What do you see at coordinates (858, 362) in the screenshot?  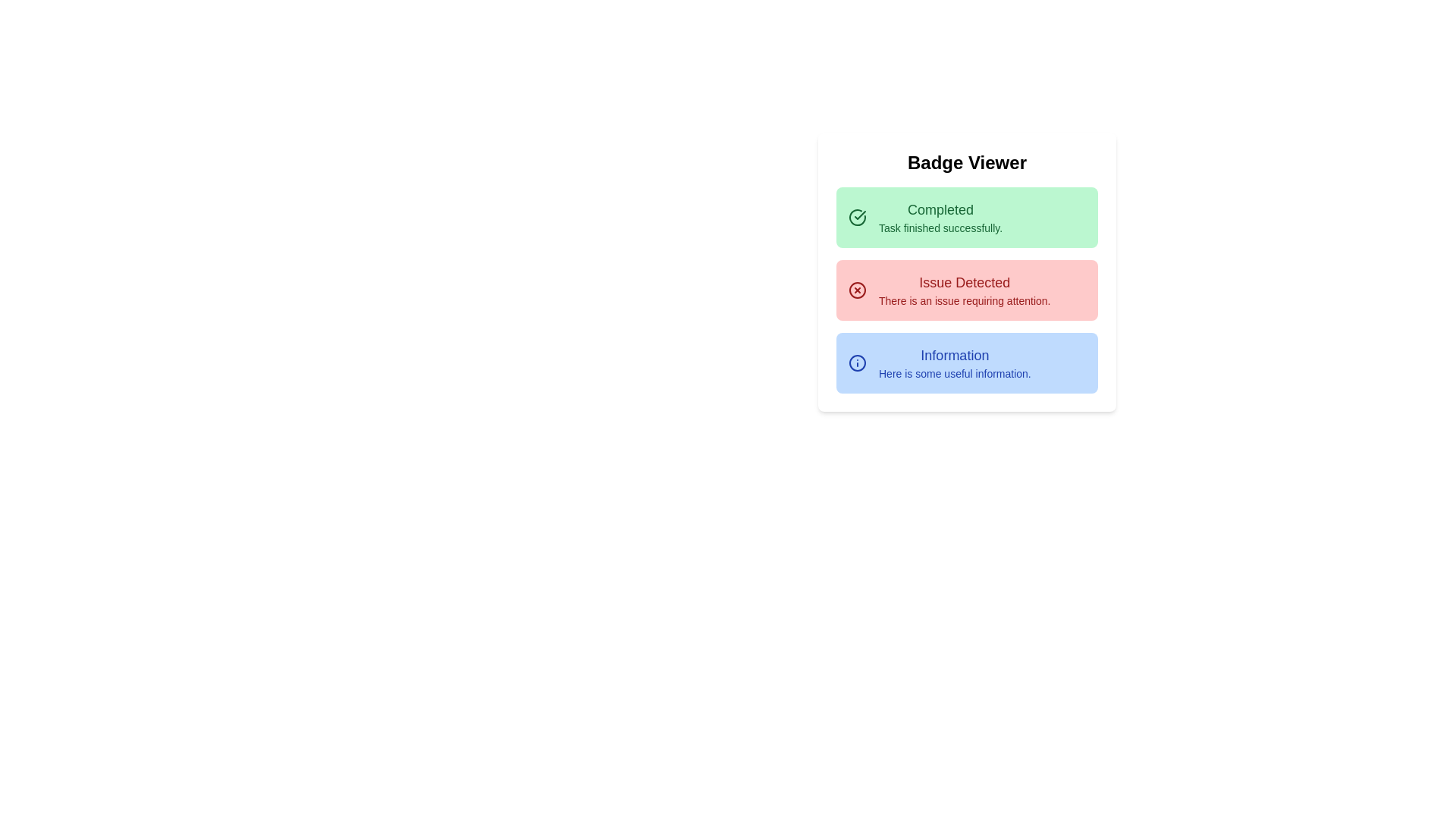 I see `the SVG Circle Icon located` at bounding box center [858, 362].